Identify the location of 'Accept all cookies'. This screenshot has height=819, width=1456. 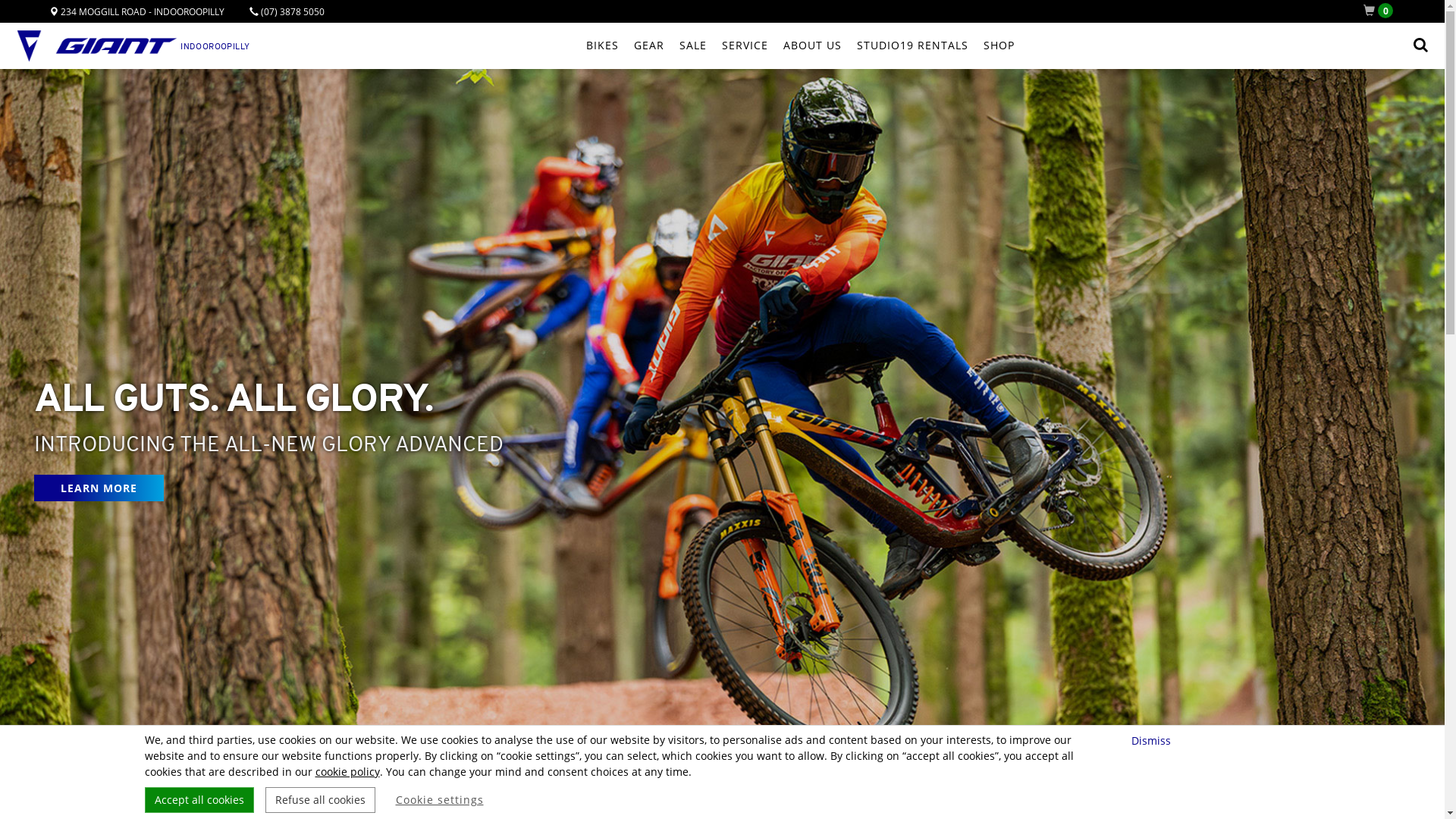
(198, 799).